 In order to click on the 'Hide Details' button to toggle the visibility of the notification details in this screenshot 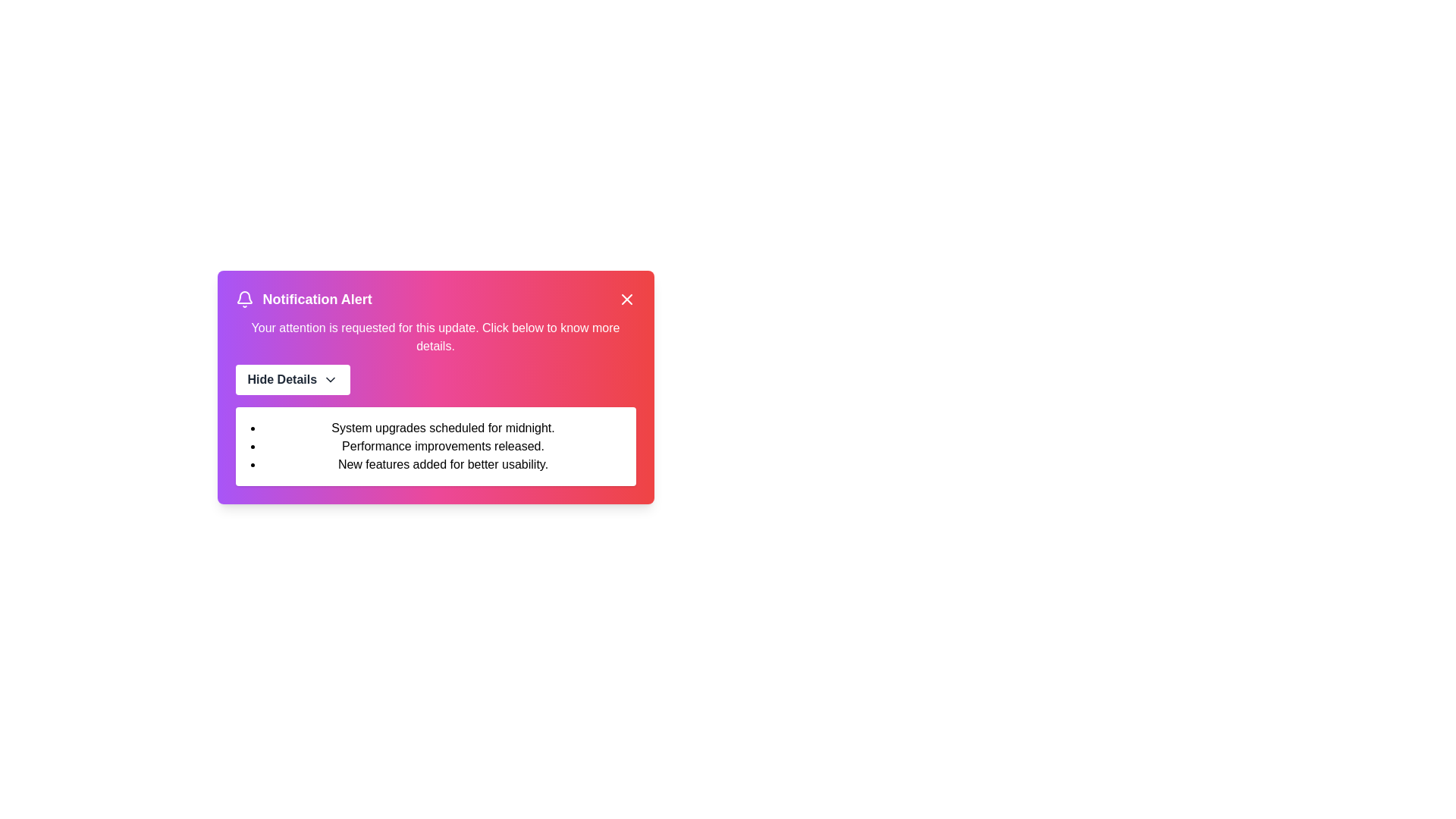, I will do `click(292, 379)`.